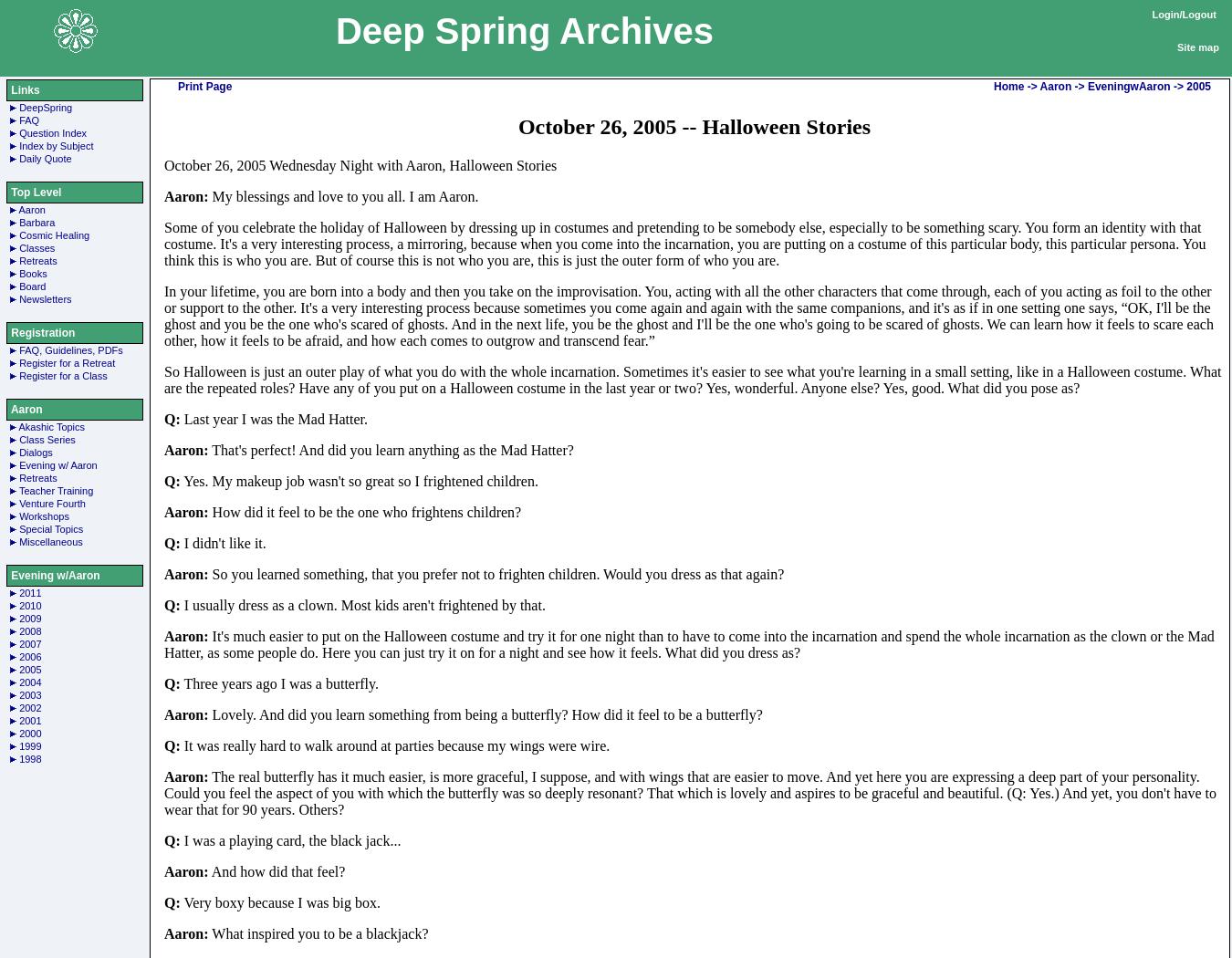 Image resolution: width=1232 pixels, height=958 pixels. Describe the element at coordinates (390, 448) in the screenshot. I see `'That's perfect! And did you learn anything as the Mad Hatter?'` at that location.